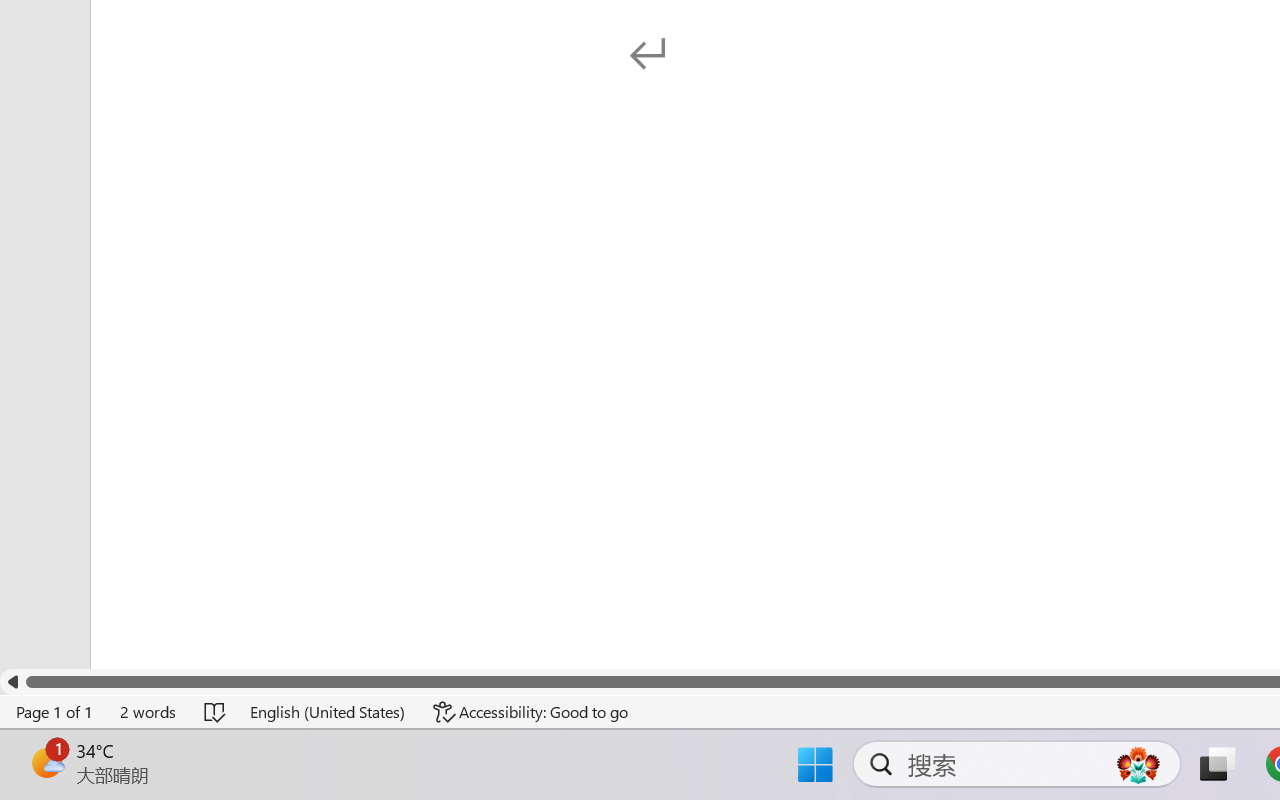 This screenshot has height=800, width=1280. Describe the element at coordinates (148, 711) in the screenshot. I see `'Word Count 2 words'` at that location.